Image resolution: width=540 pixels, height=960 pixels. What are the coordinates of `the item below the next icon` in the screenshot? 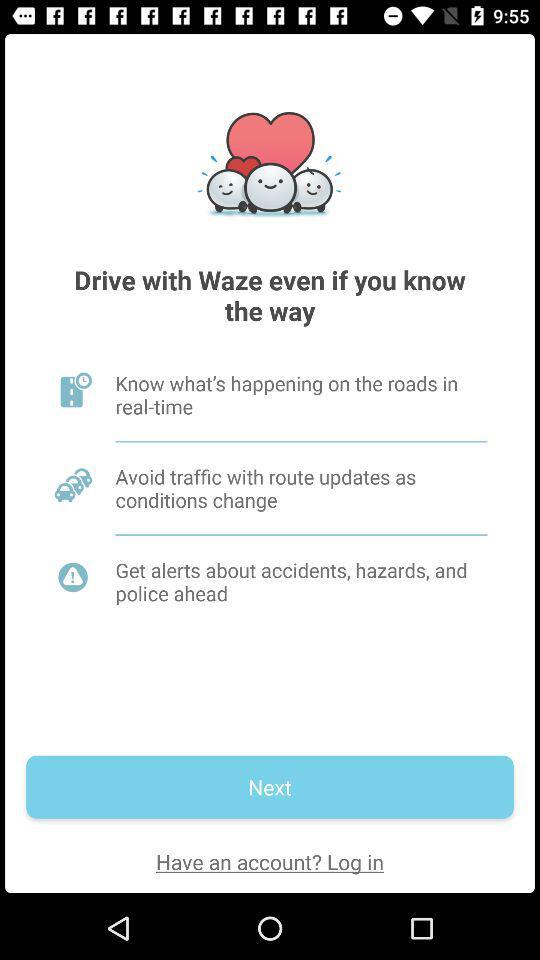 It's located at (270, 860).